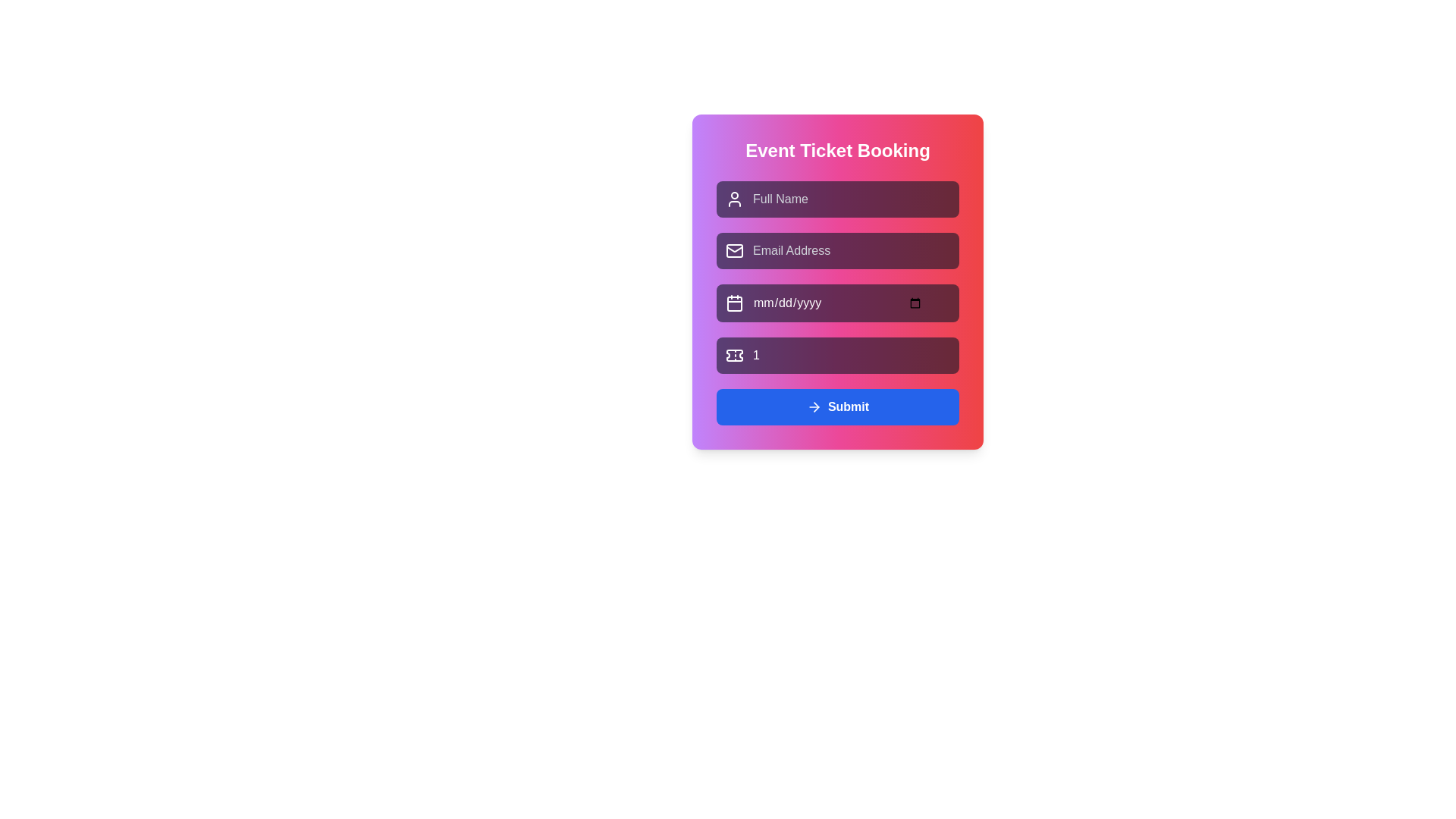 This screenshot has width=1456, height=819. I want to click on the ticket quantity icon located inside the purple-highlighted text field of the Event Ticket Booking form, positioned at the far left side, so click(735, 356).